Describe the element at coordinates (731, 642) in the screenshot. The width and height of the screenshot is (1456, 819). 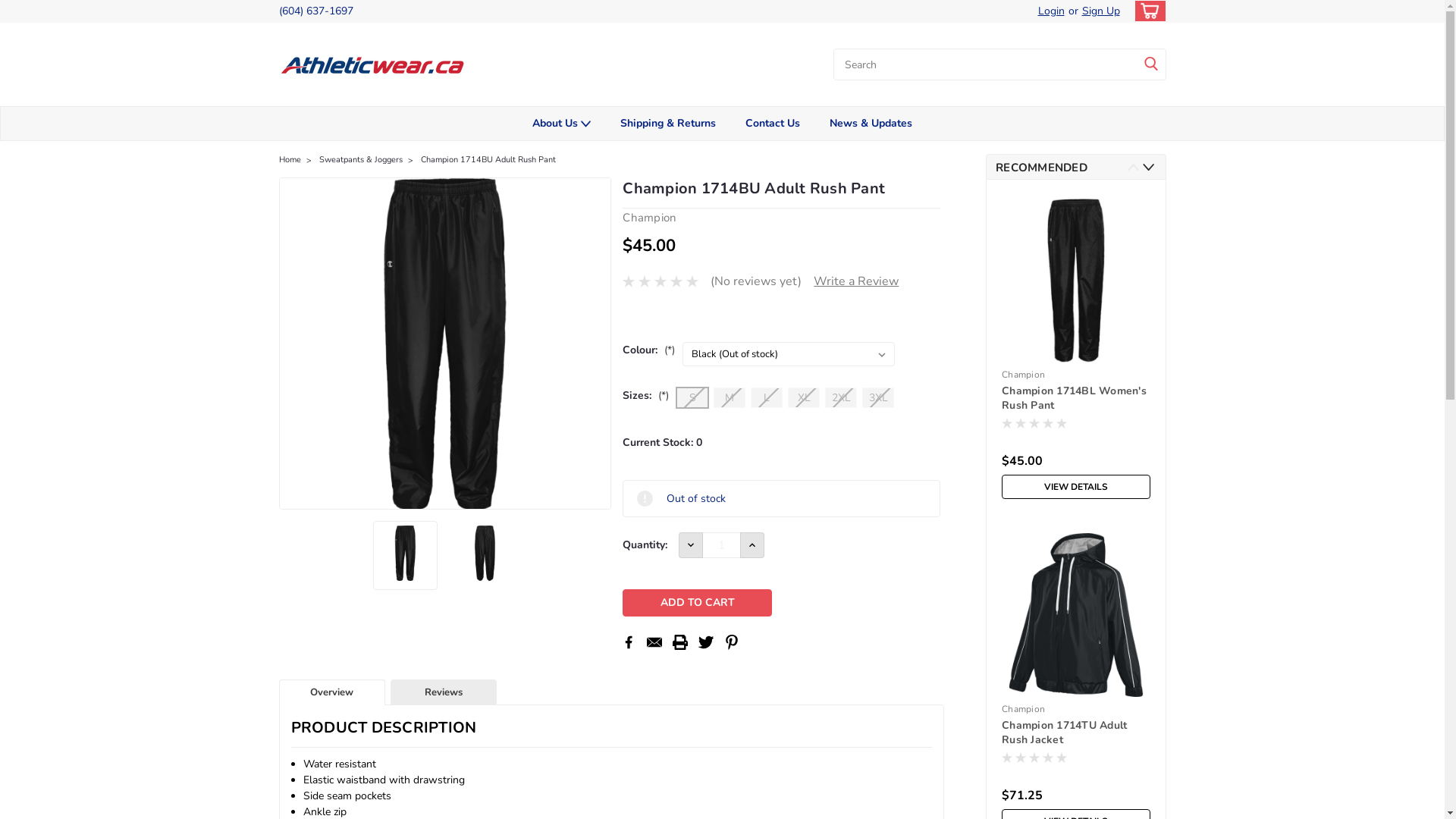
I see `'Pinterest'` at that location.